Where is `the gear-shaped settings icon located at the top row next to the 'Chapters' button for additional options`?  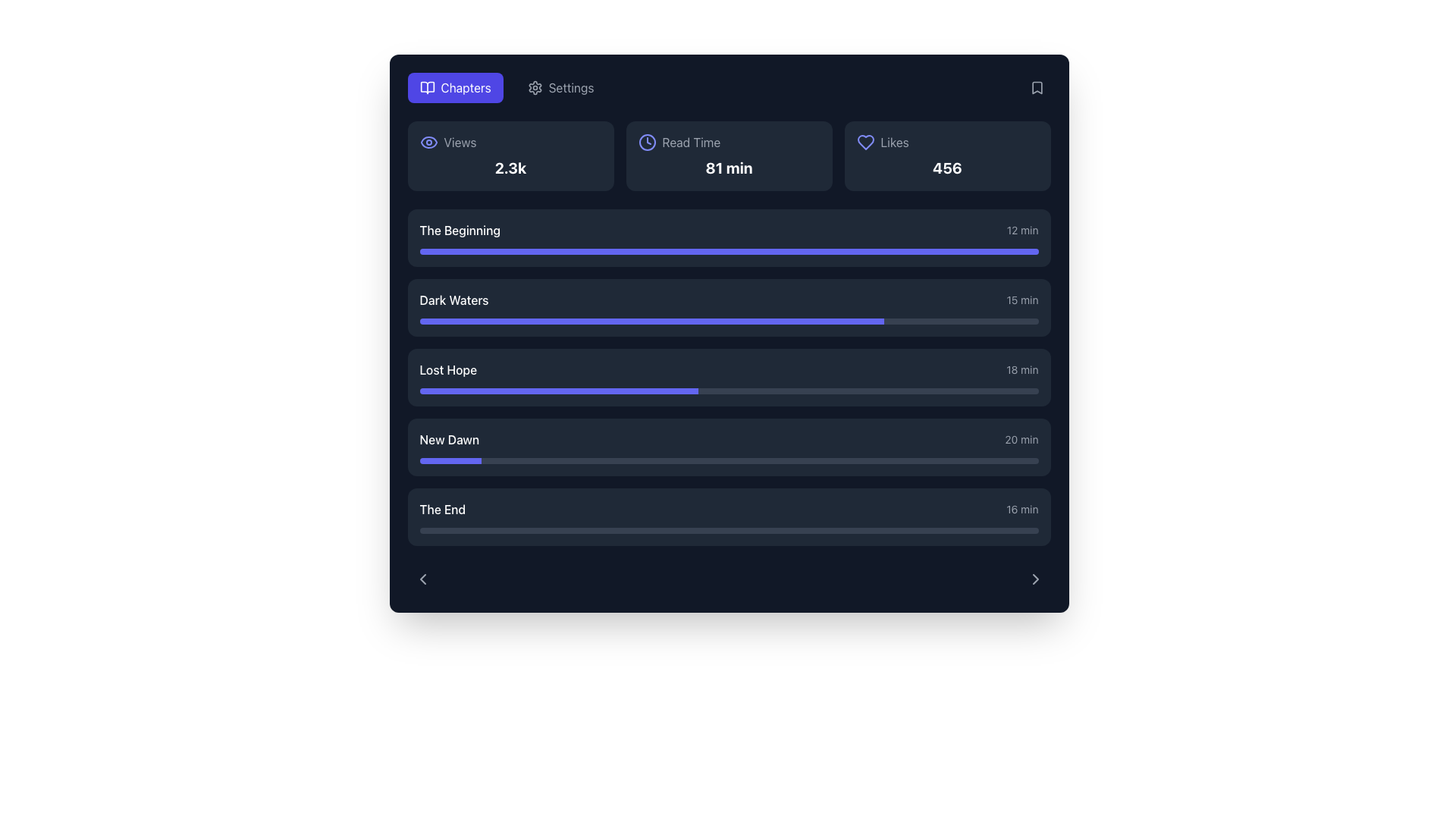 the gear-shaped settings icon located at the top row next to the 'Chapters' button for additional options is located at coordinates (535, 87).